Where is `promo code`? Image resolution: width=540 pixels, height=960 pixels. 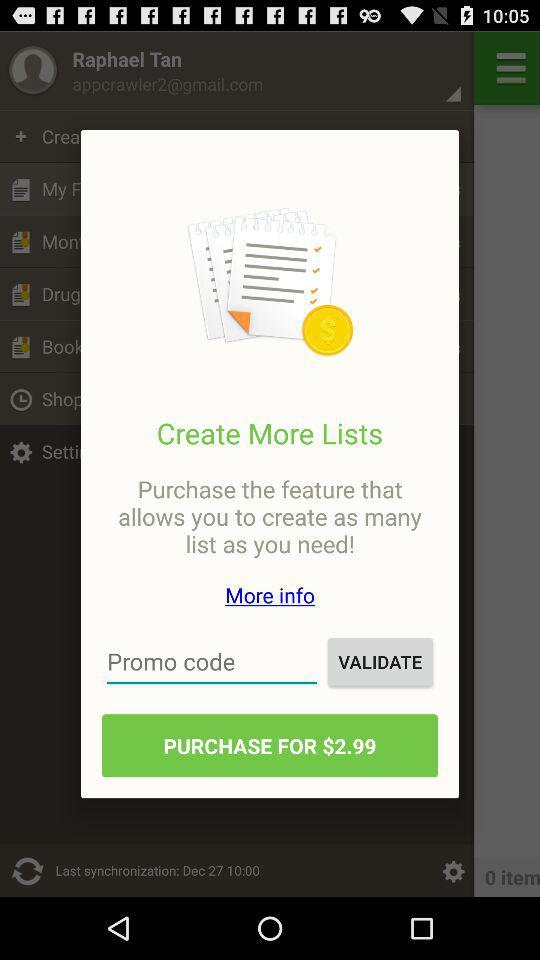 promo code is located at coordinates (211, 661).